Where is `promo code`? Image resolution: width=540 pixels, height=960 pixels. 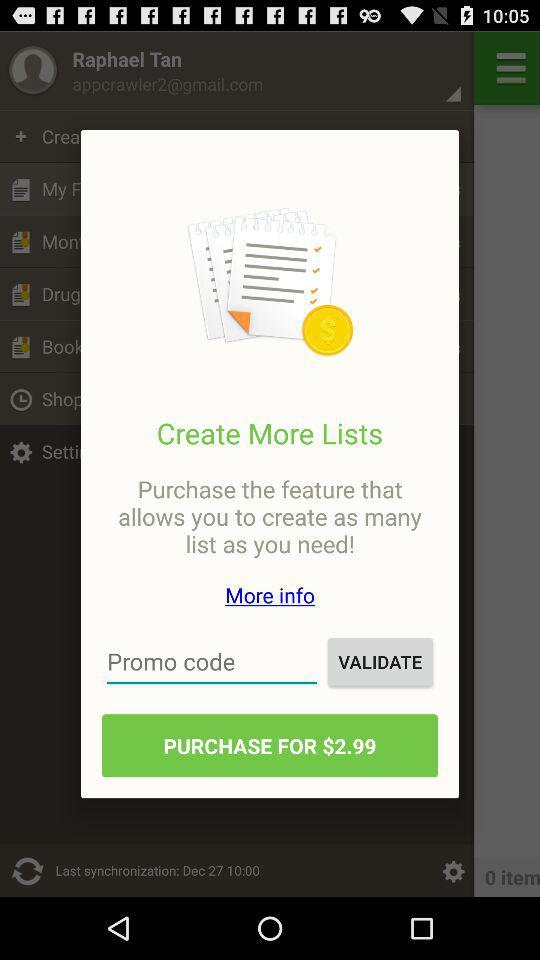 promo code is located at coordinates (211, 661).